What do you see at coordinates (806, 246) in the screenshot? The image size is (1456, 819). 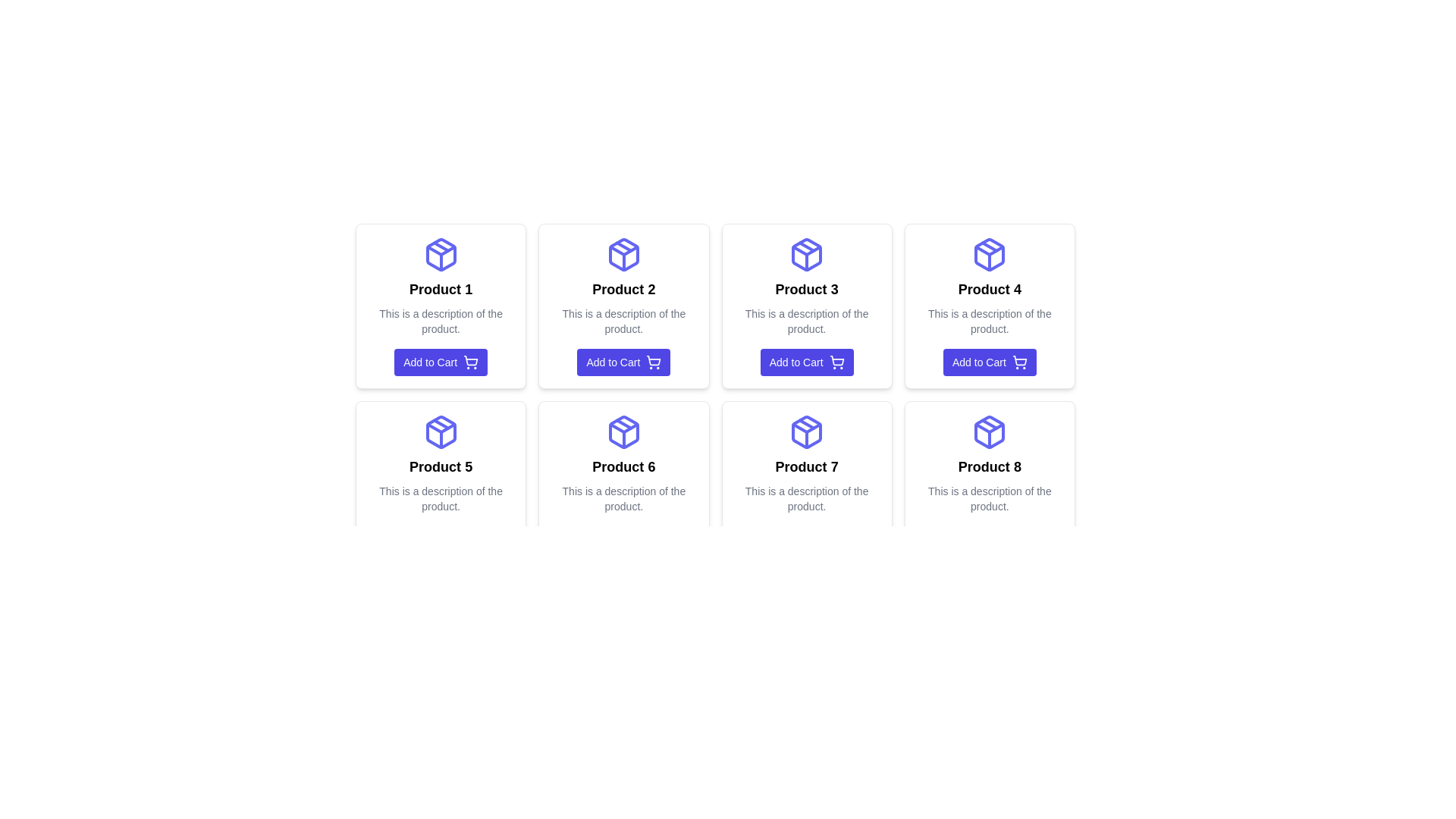 I see `the diagonal line segment in the SVG graphic that represents an edge of a cube, located above the text 'Product 3'` at bounding box center [806, 246].